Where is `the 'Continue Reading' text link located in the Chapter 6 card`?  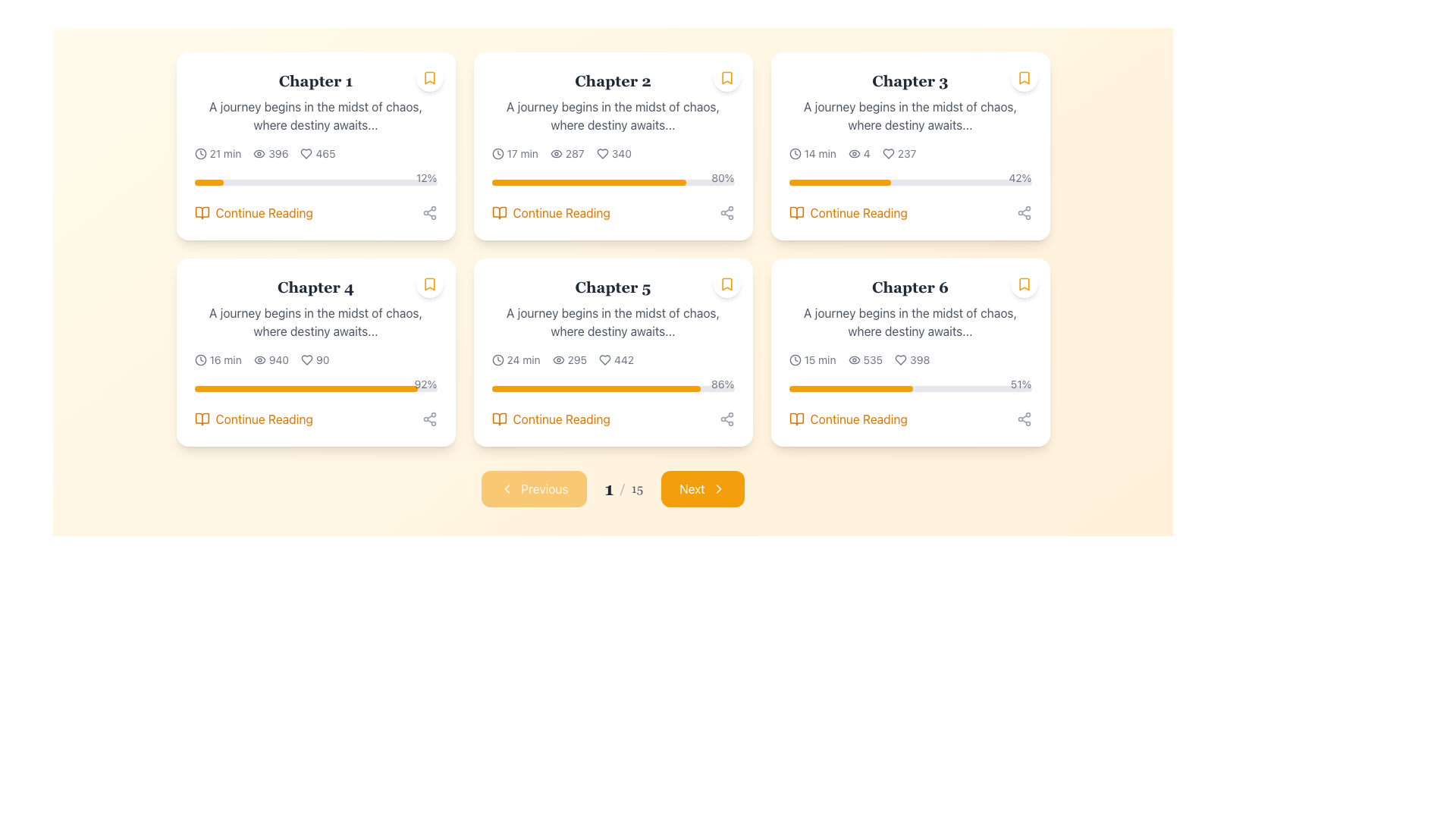
the 'Continue Reading' text link located in the Chapter 6 card is located at coordinates (858, 419).